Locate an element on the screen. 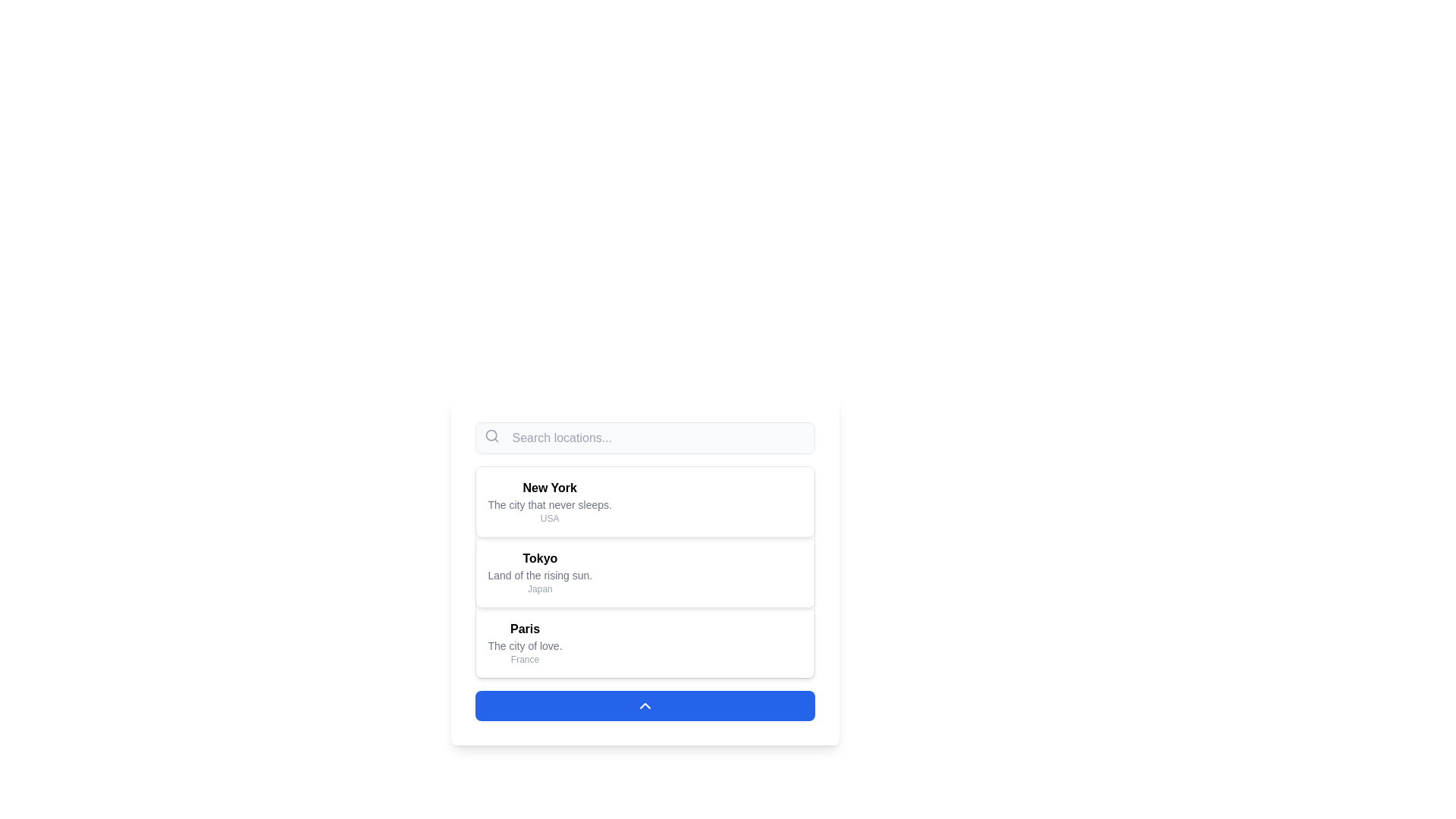 The height and width of the screenshot is (819, 1456). the static textual description element that provides additional context below 'New York' and above 'USA' is located at coordinates (549, 505).